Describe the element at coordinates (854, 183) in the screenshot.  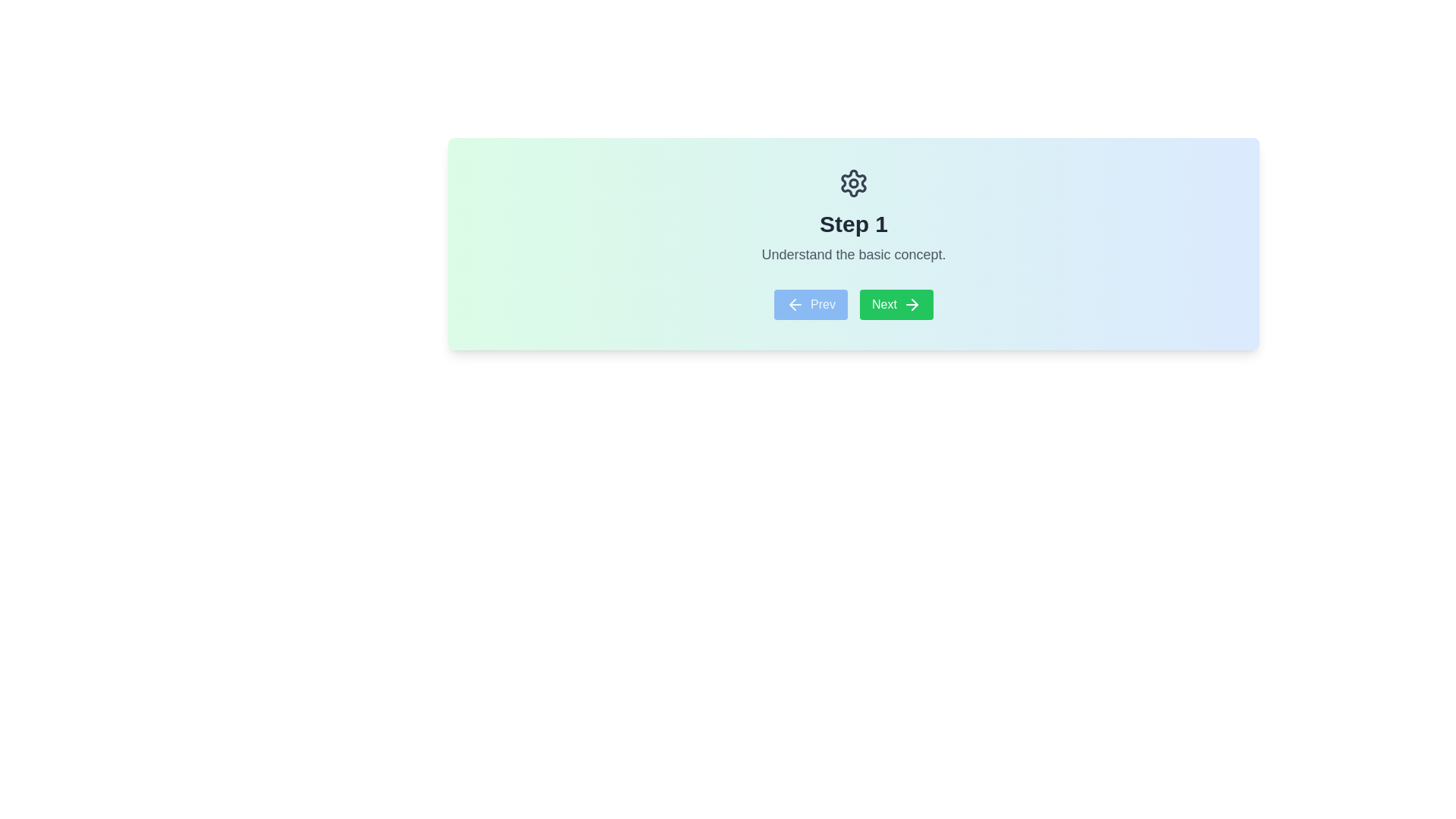
I see `the small circular shape located in the center of the gear-like icon, which is positioned above the text 'Step 1' and 'Understand the basic concept.'` at that location.